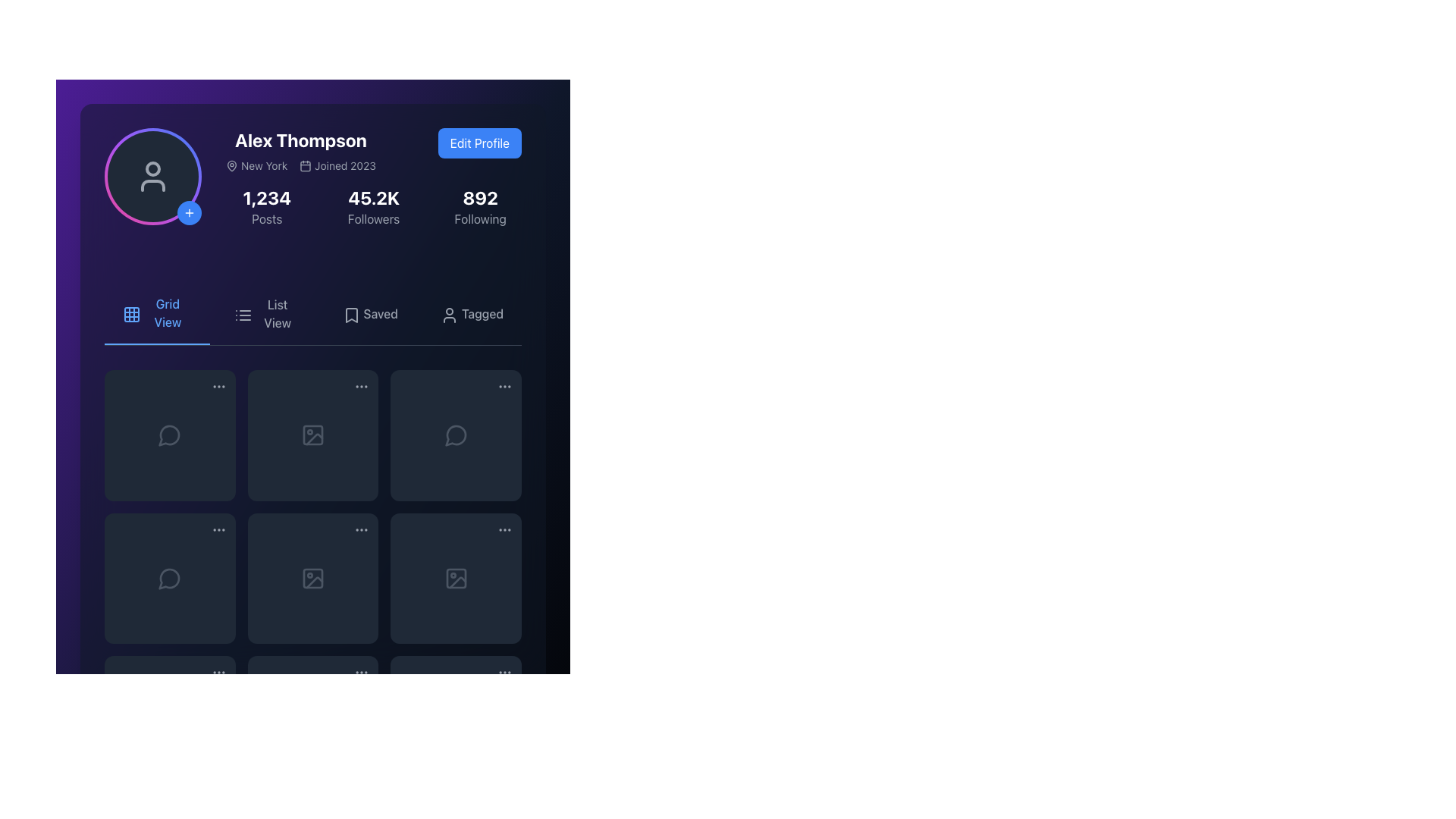 This screenshot has width=1456, height=819. What do you see at coordinates (350, 315) in the screenshot?
I see `the 'Saved' menu item icon, which serves as a visual representation adjacent to the 'Saved' label in the navigation options on the dashboard interface` at bounding box center [350, 315].